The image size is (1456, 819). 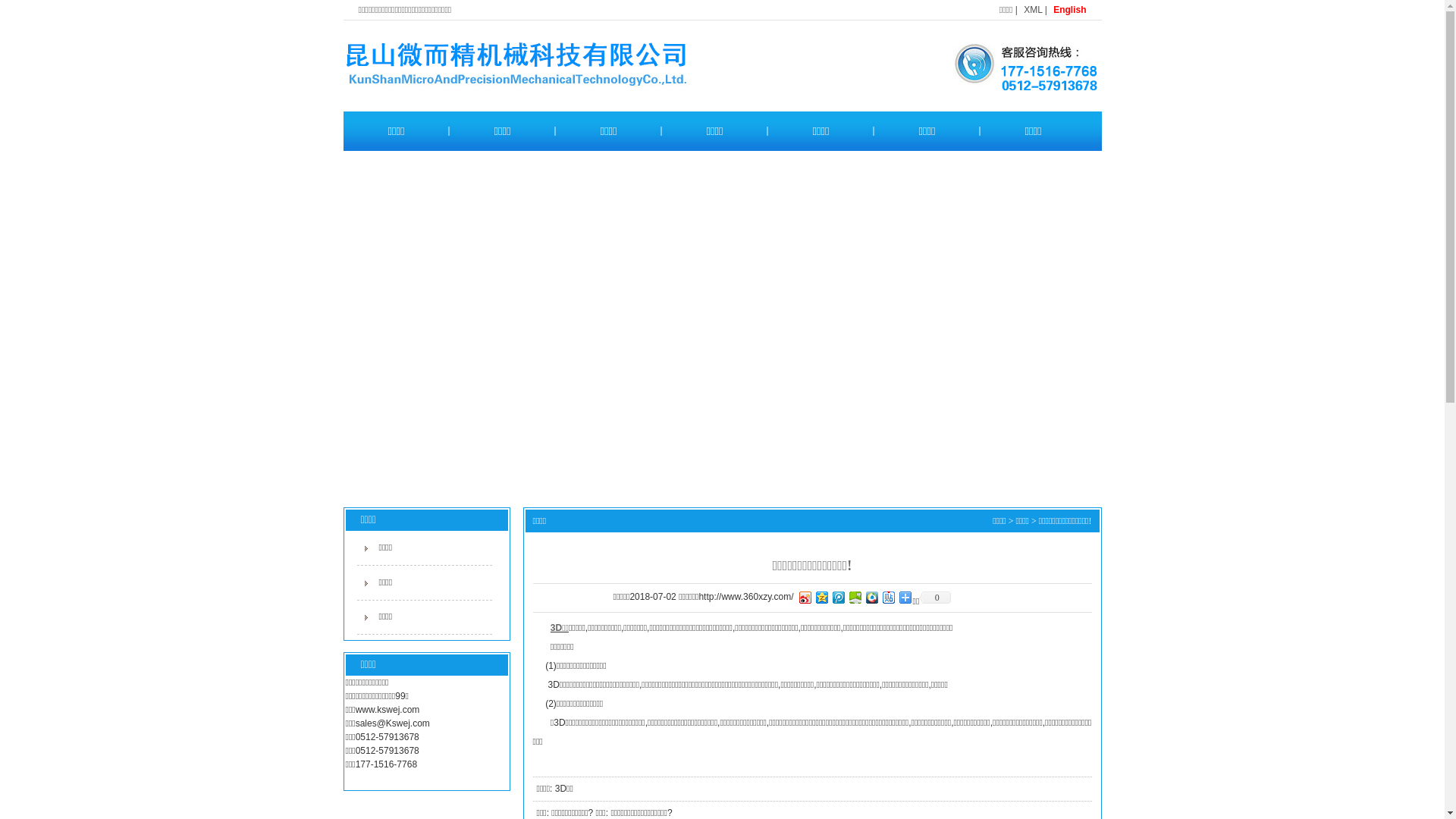 I want to click on '0', so click(x=934, y=596).